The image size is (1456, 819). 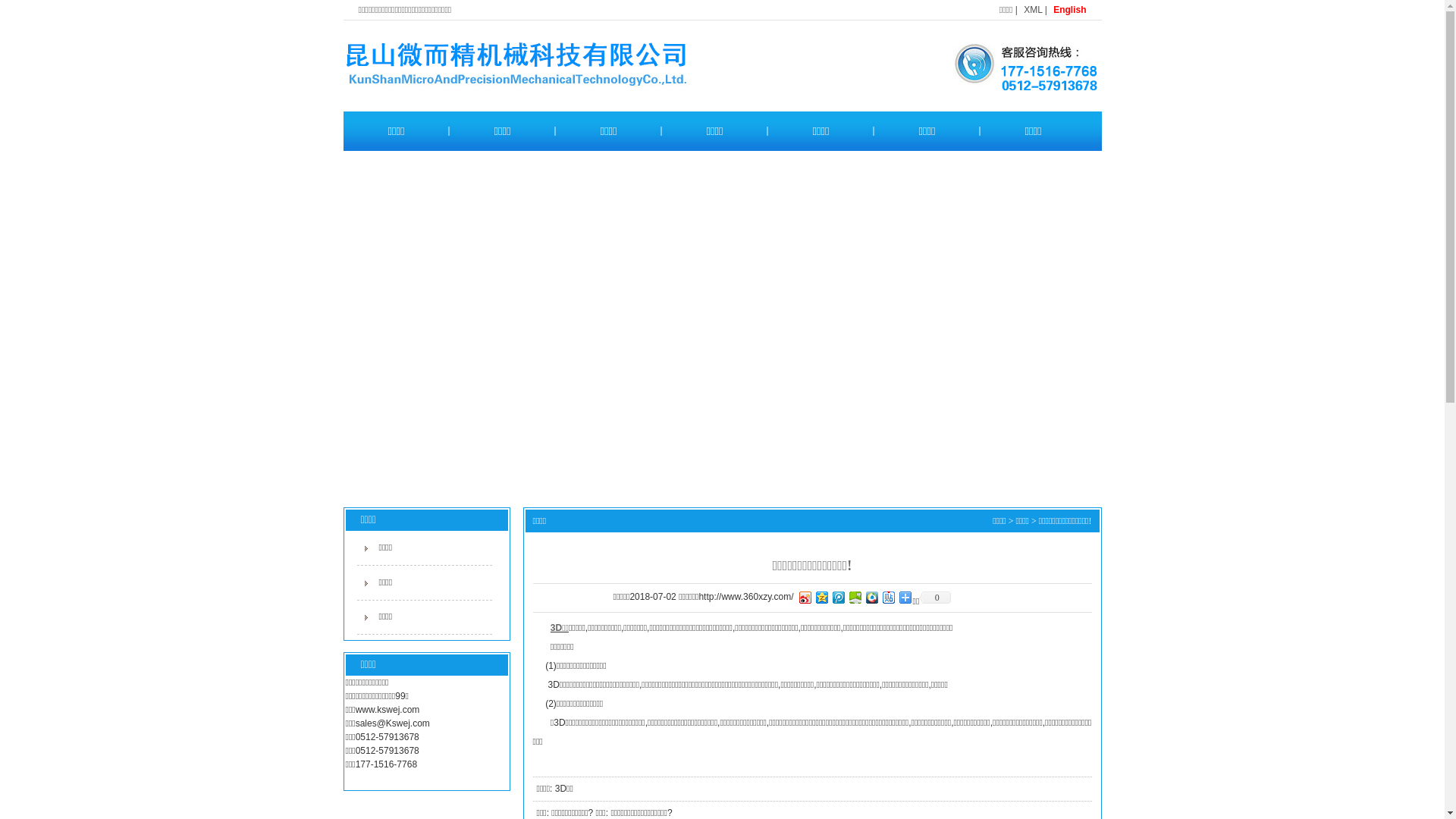 I want to click on '0', so click(x=934, y=596).